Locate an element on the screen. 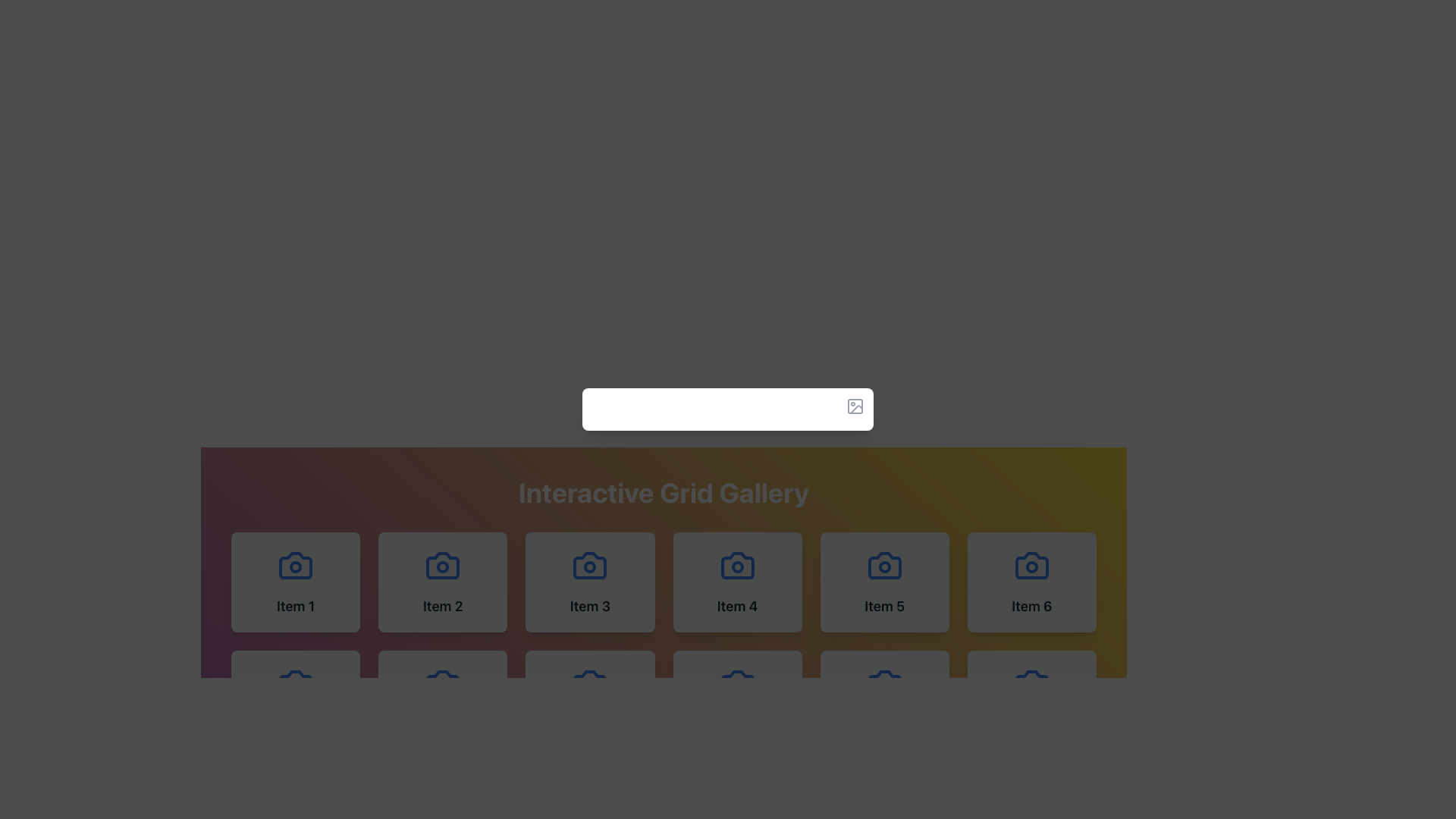 The height and width of the screenshot is (819, 1456). the camera icon located in the fourth cell of the 'Interactive Grid Gallery' row, which represents photography or image capture functionality is located at coordinates (737, 565).